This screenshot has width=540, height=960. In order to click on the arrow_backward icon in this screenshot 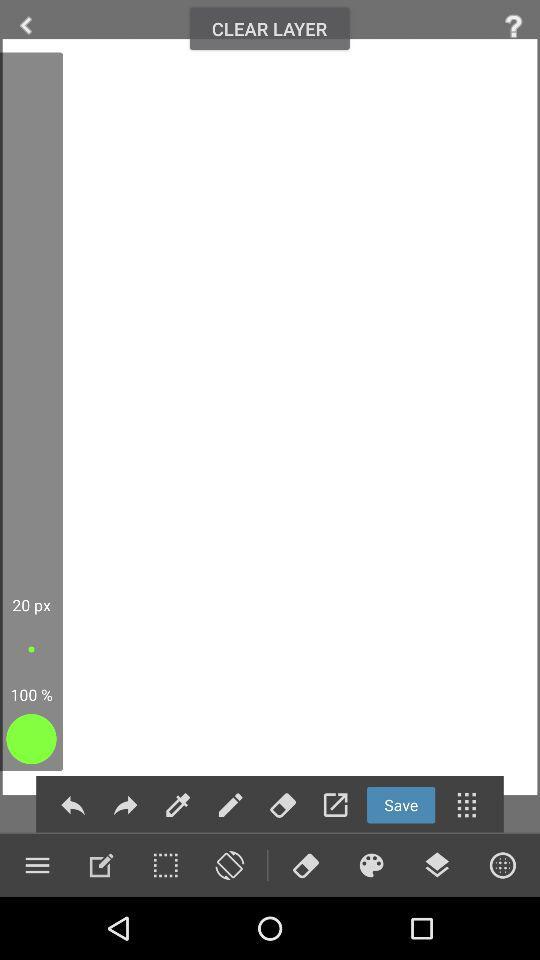, I will do `click(25, 25)`.